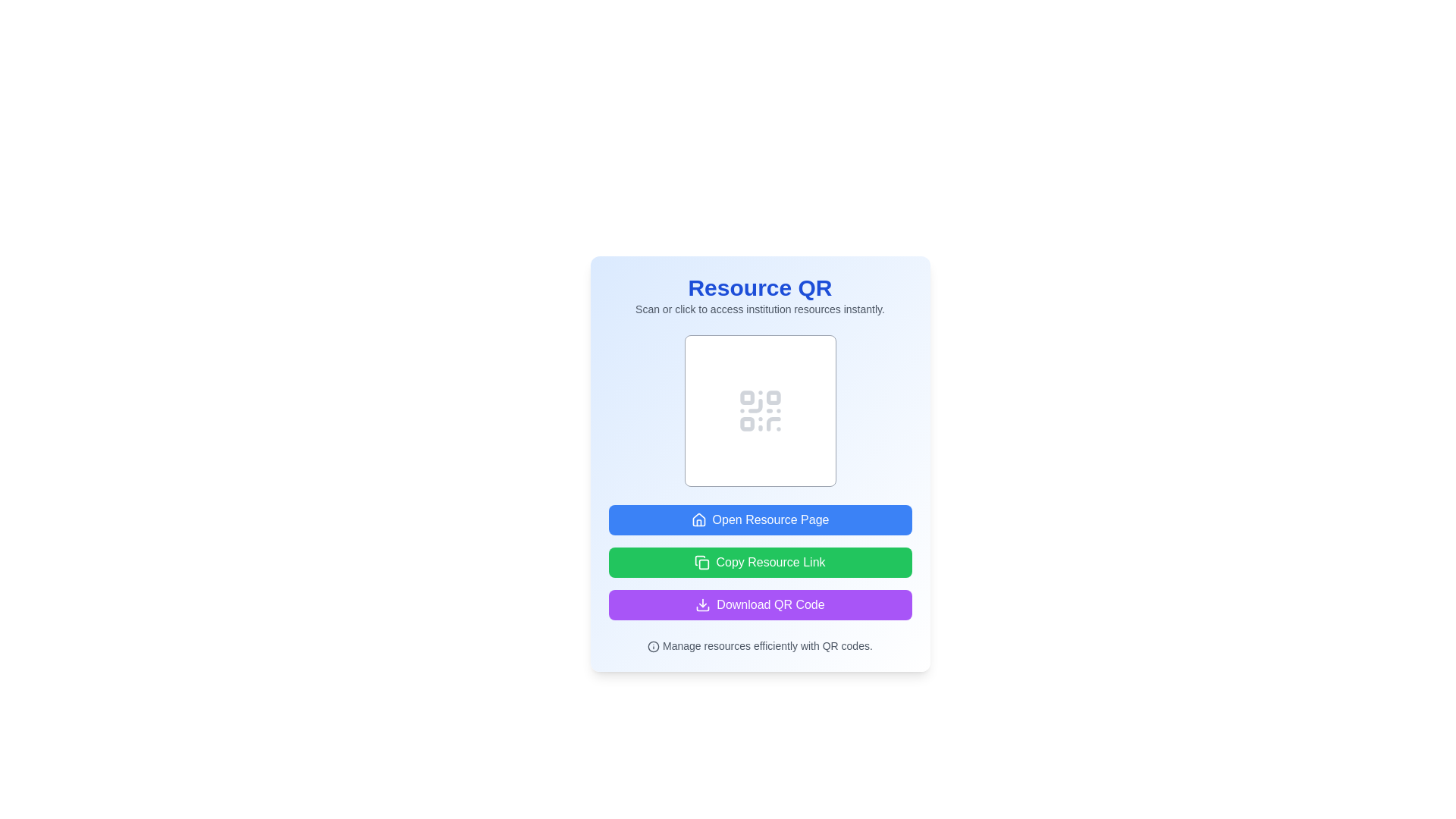 This screenshot has height=819, width=1456. I want to click on the downward arrow icon inside the purple 'Download QR Code' button located at the bottom section of the interface, so click(702, 604).